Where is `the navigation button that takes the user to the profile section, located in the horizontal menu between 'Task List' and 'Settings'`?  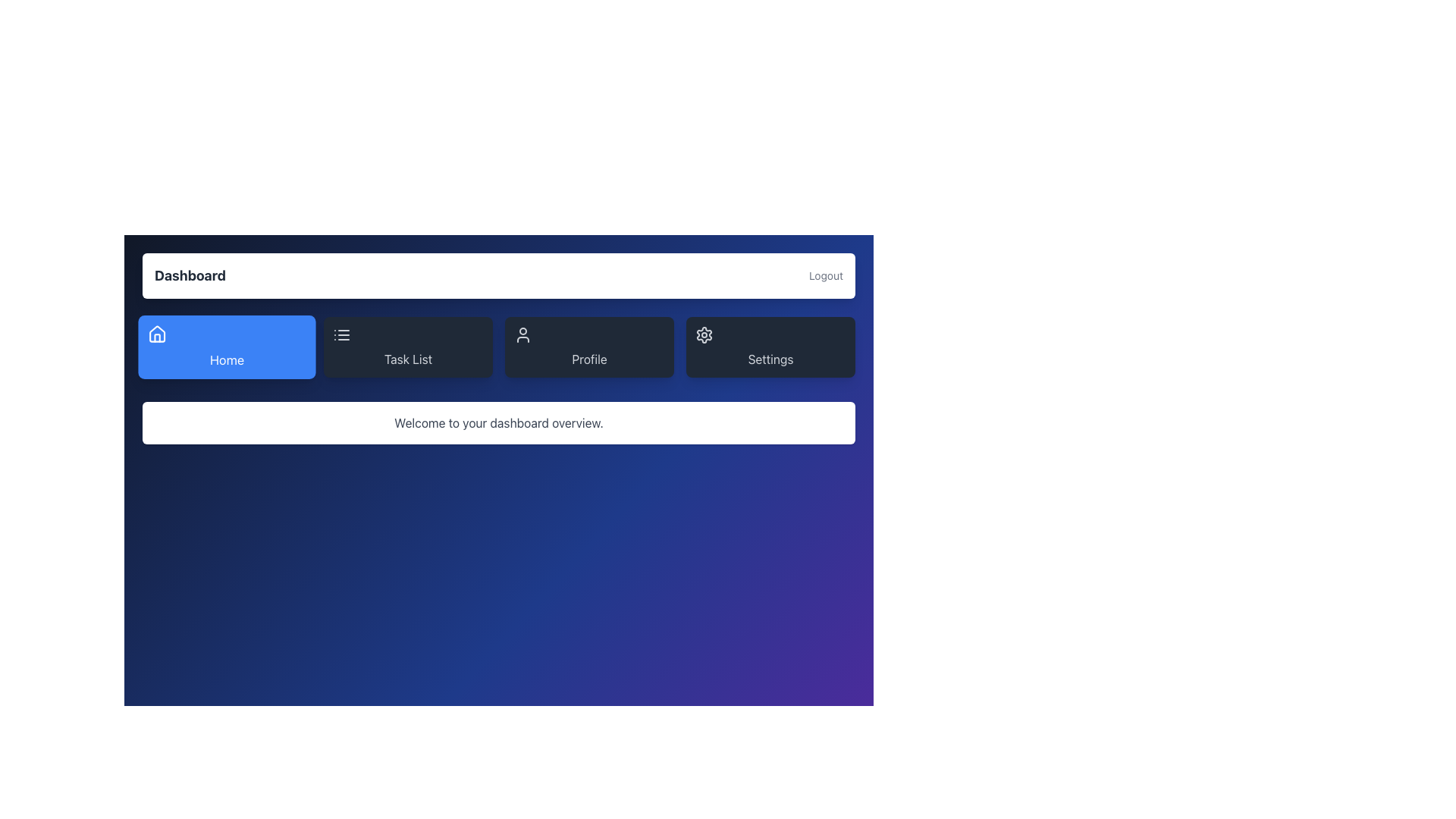
the navigation button that takes the user to the profile section, located in the horizontal menu between 'Task List' and 'Settings' is located at coordinates (588, 347).